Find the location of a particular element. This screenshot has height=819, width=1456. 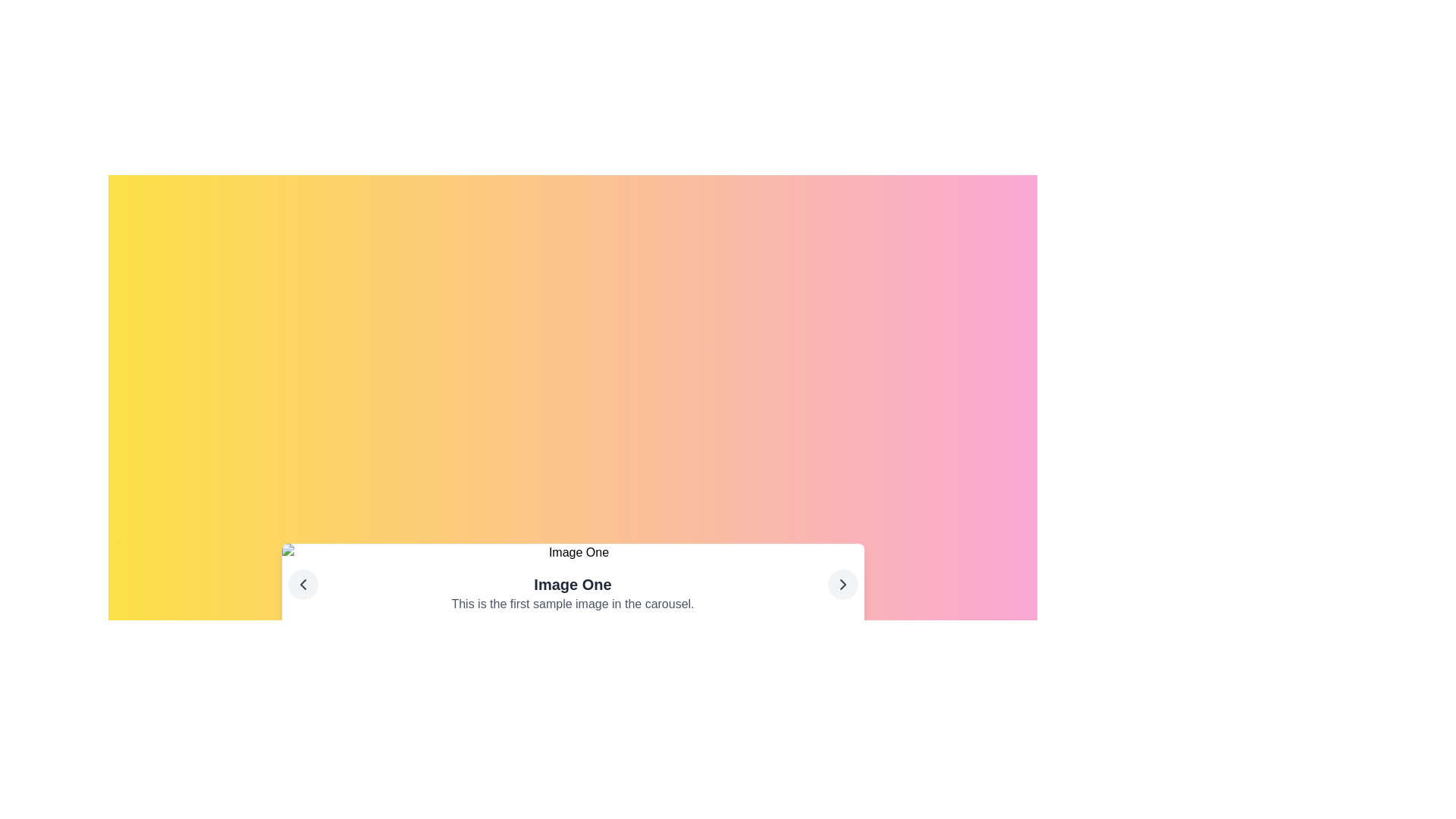

the second arrow button in the carousel interface is located at coordinates (842, 584).